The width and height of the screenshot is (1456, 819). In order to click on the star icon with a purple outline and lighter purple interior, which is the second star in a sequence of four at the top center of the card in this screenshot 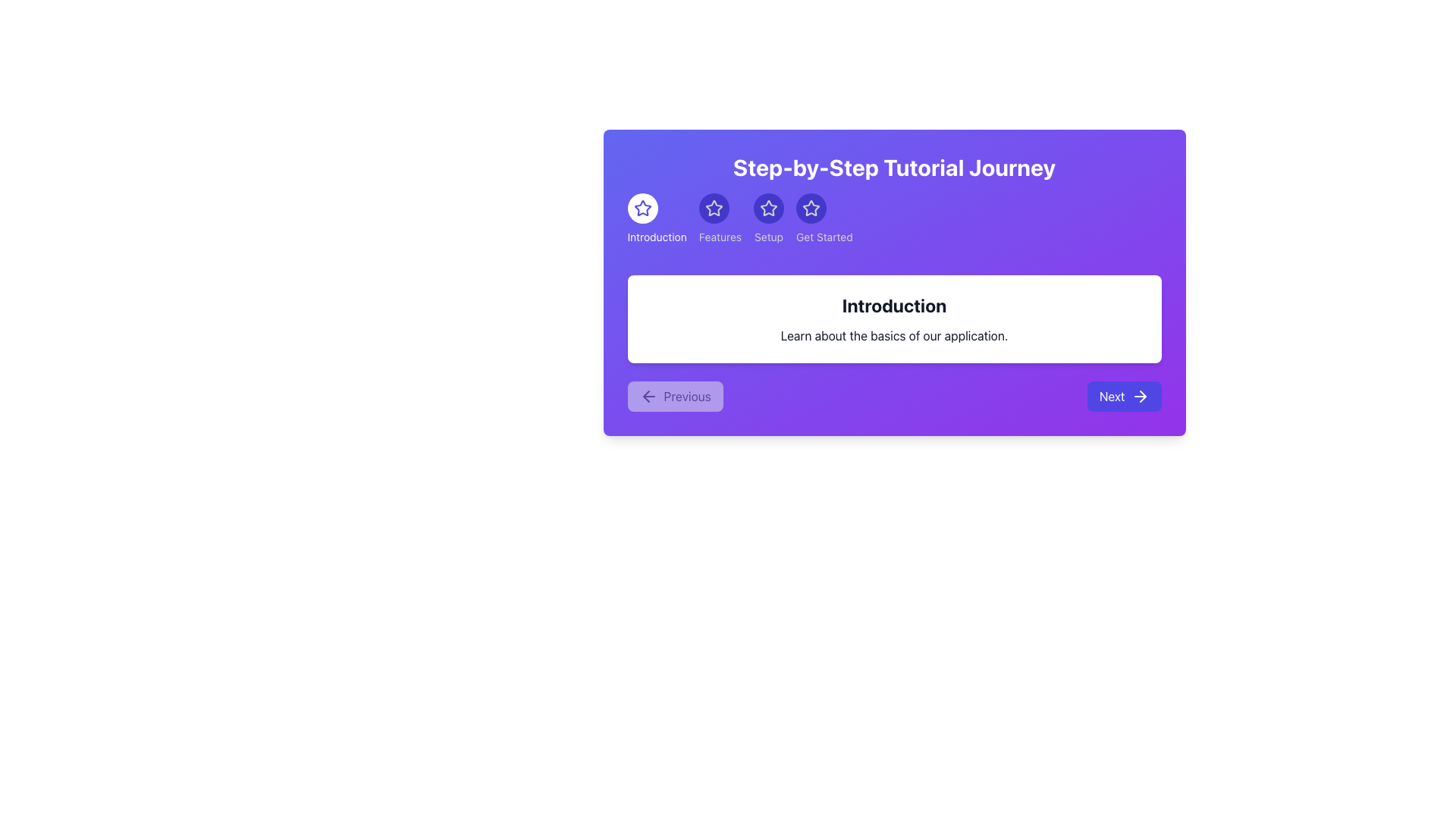, I will do `click(713, 208)`.